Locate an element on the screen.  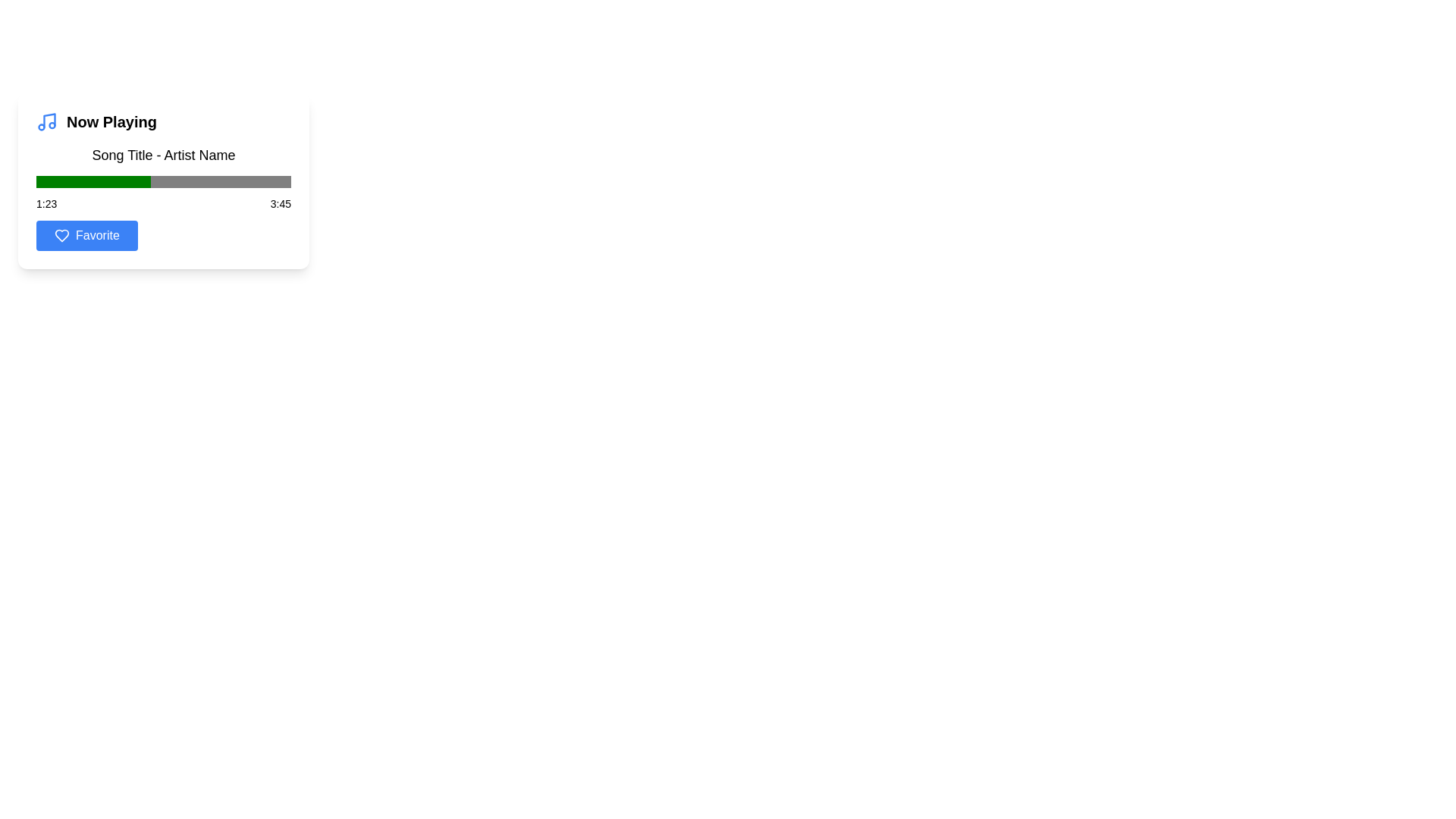
the Text Label that displays the title and artist of the currently playing song in the media player interface, located directly below the 'Now Playing' label is located at coordinates (164, 155).